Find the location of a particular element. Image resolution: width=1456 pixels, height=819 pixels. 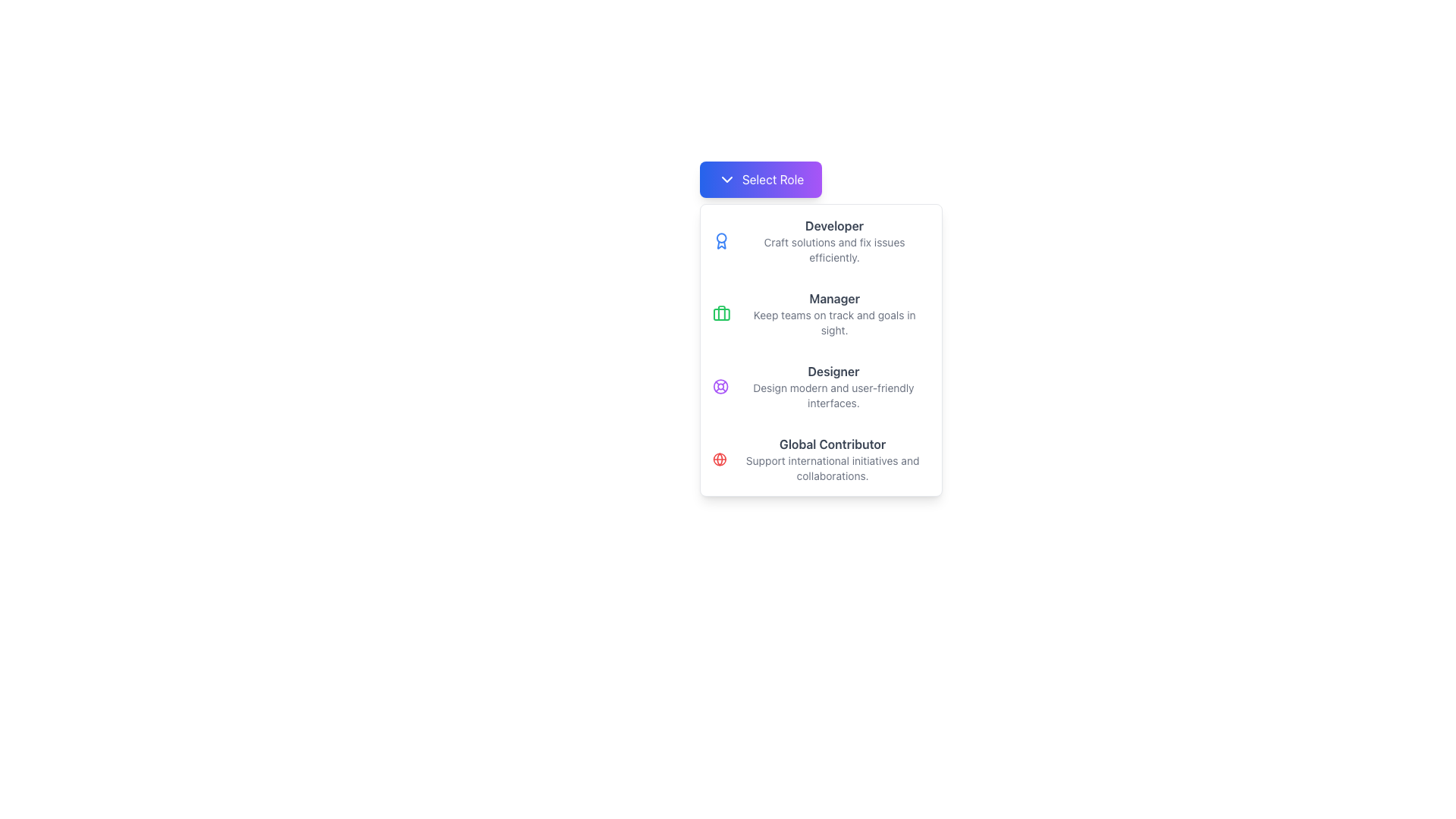

the selectable dropdown item for the 'Designer' role, which is the third entry in the dropdown menu, positioned between 'Manager' and 'Global Contributor' is located at coordinates (820, 385).